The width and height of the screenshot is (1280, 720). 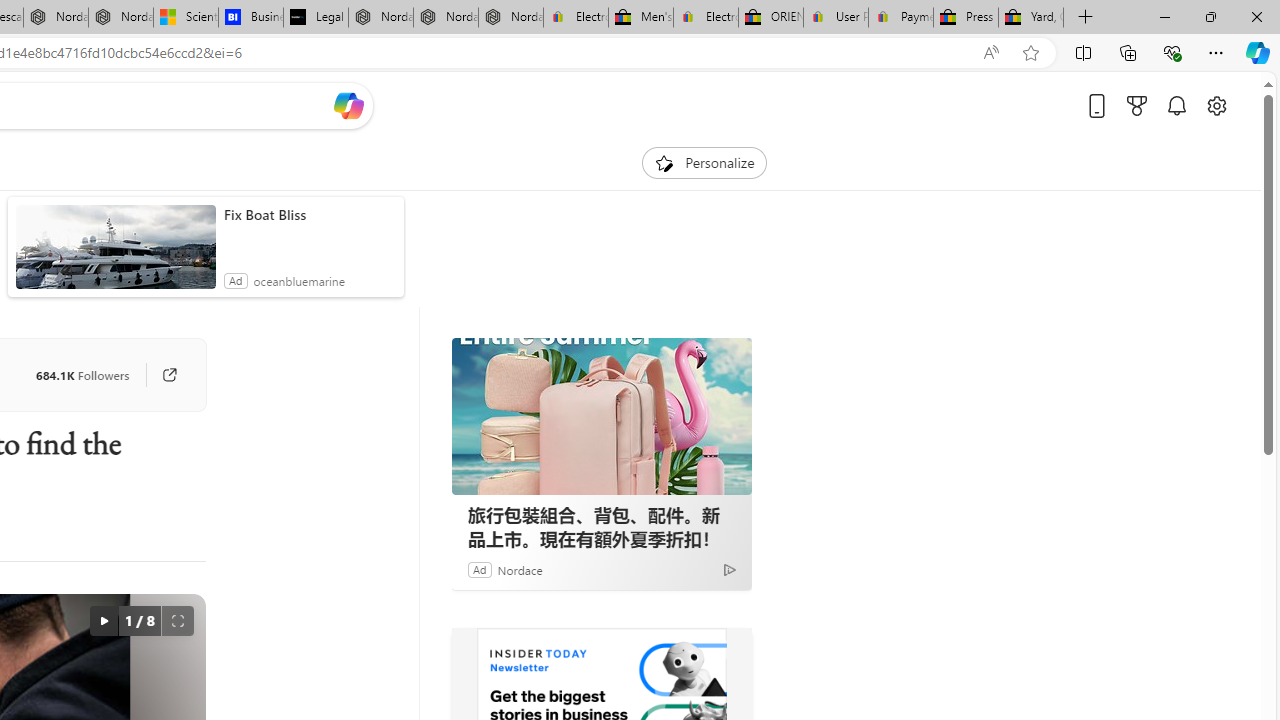 I want to click on 'Personalize', so click(x=704, y=162).